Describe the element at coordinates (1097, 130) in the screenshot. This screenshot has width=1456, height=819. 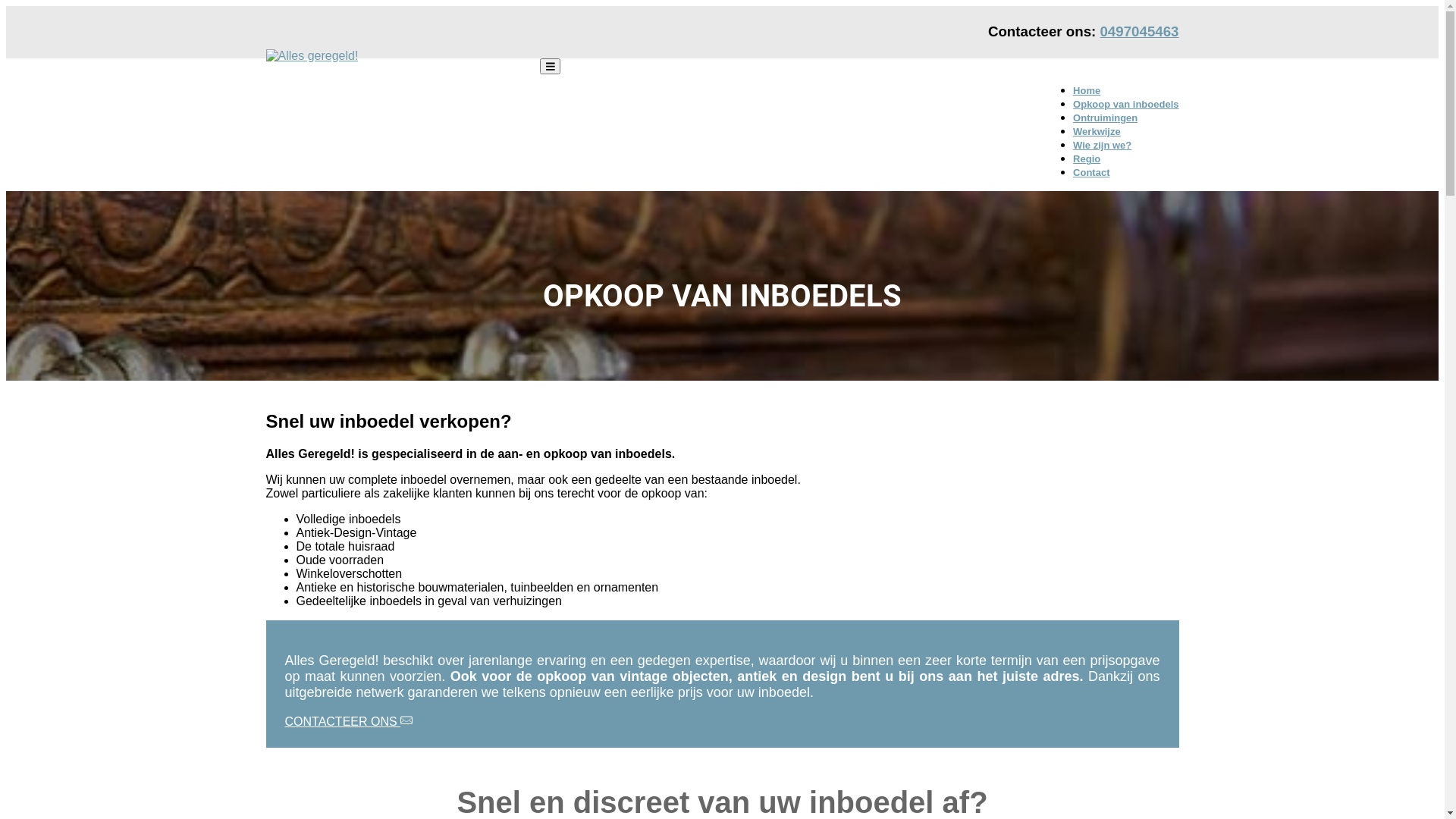
I see `'Werkwijze'` at that location.